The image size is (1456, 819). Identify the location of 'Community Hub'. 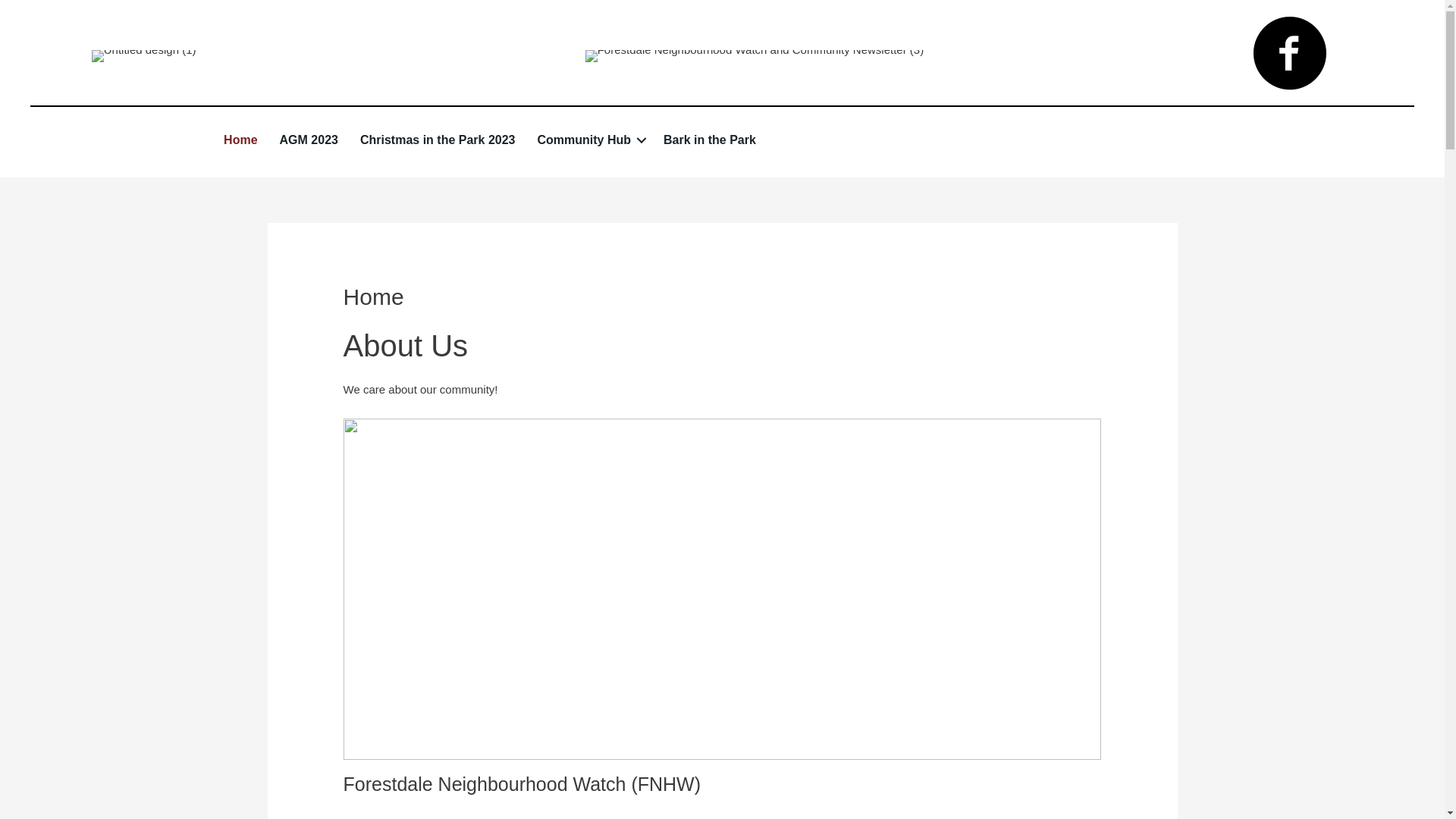
(588, 140).